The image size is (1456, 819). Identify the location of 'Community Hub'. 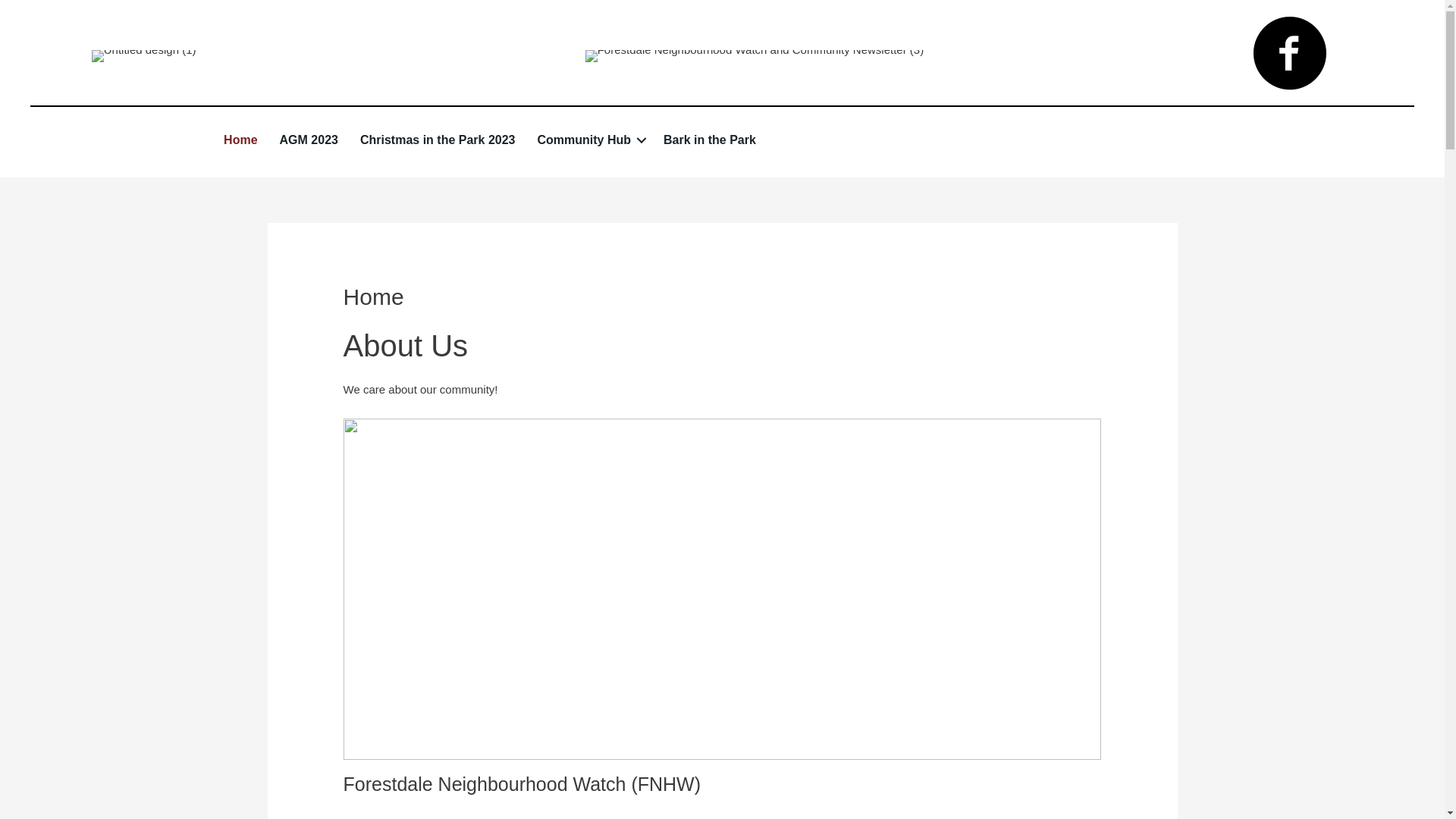
(588, 140).